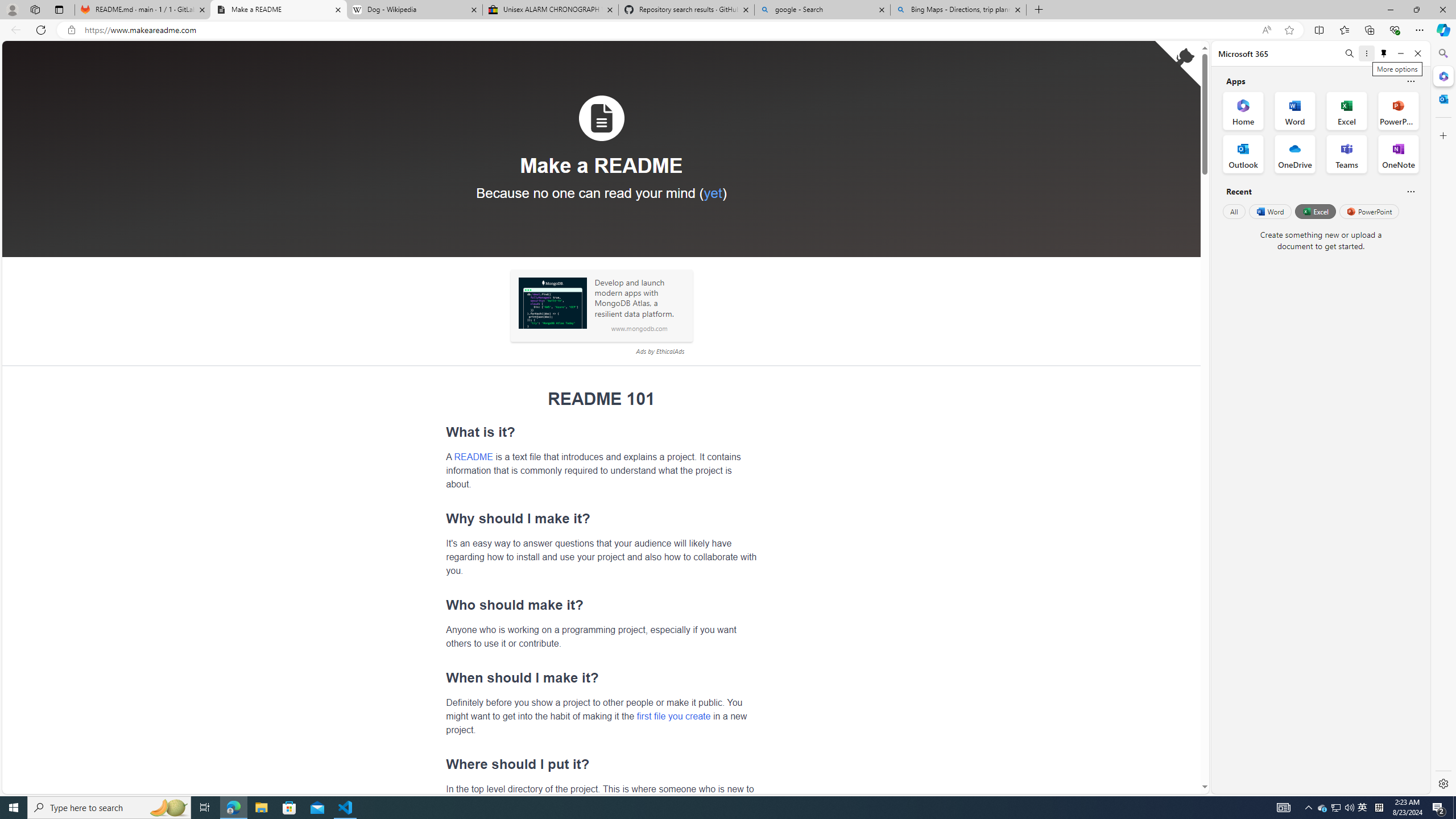 Image resolution: width=1456 pixels, height=819 pixels. Describe the element at coordinates (659, 351) in the screenshot. I see `'Ads by EthicalAds'` at that location.